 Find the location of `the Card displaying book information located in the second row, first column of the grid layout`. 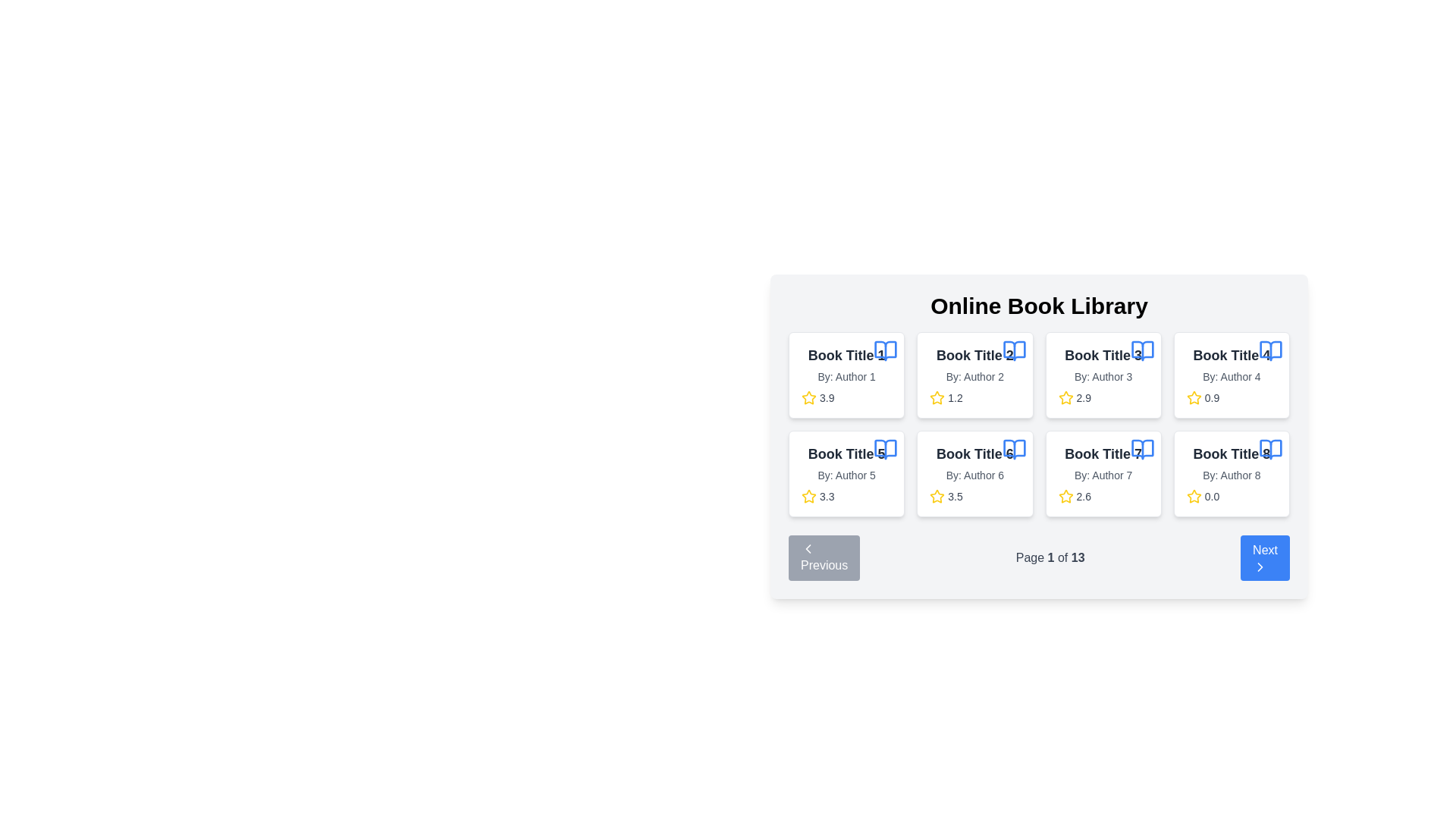

the Card displaying book information located in the second row, first column of the grid layout is located at coordinates (846, 472).